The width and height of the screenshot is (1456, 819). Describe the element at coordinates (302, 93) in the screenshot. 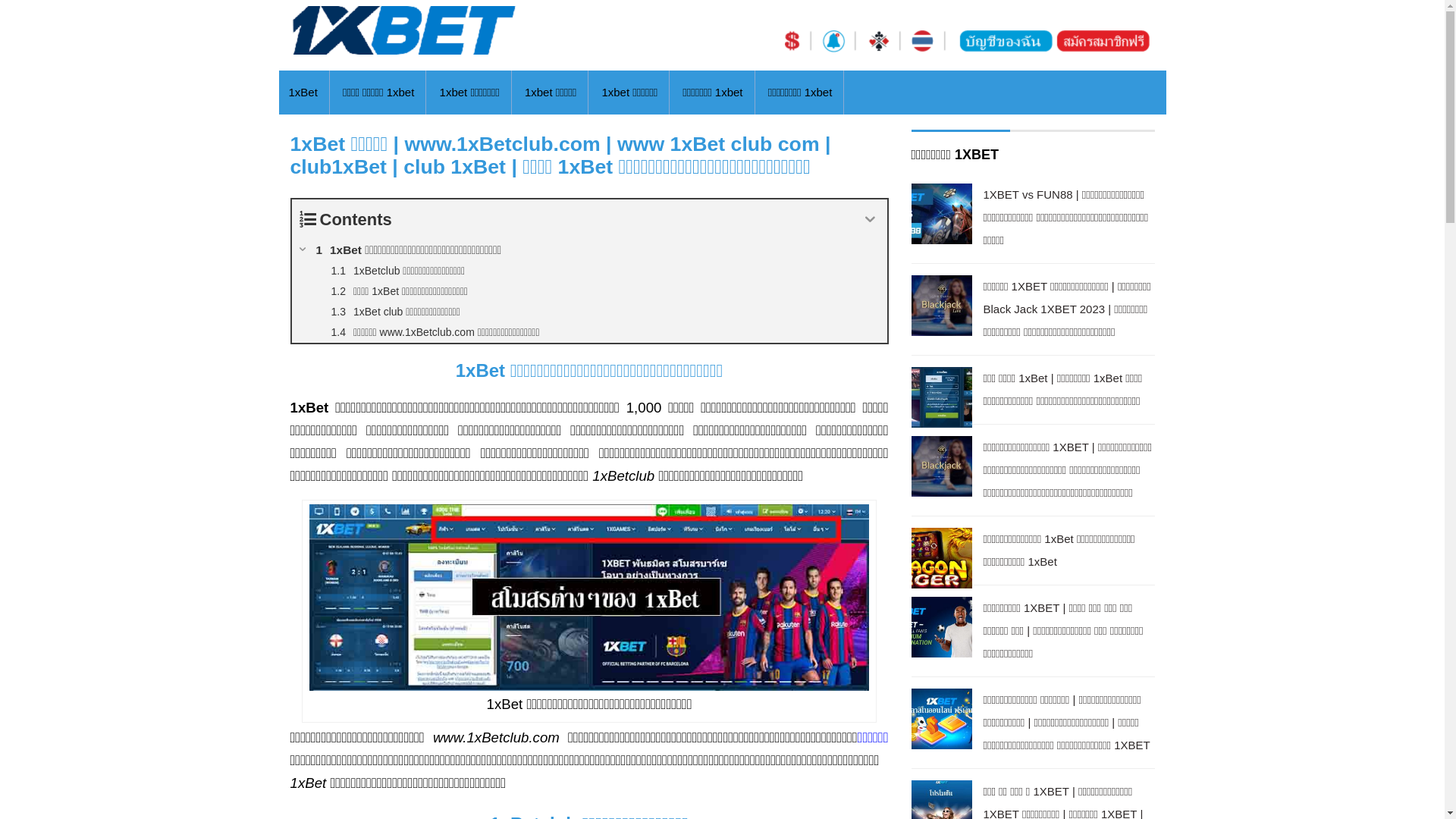

I see `'1xBet'` at that location.